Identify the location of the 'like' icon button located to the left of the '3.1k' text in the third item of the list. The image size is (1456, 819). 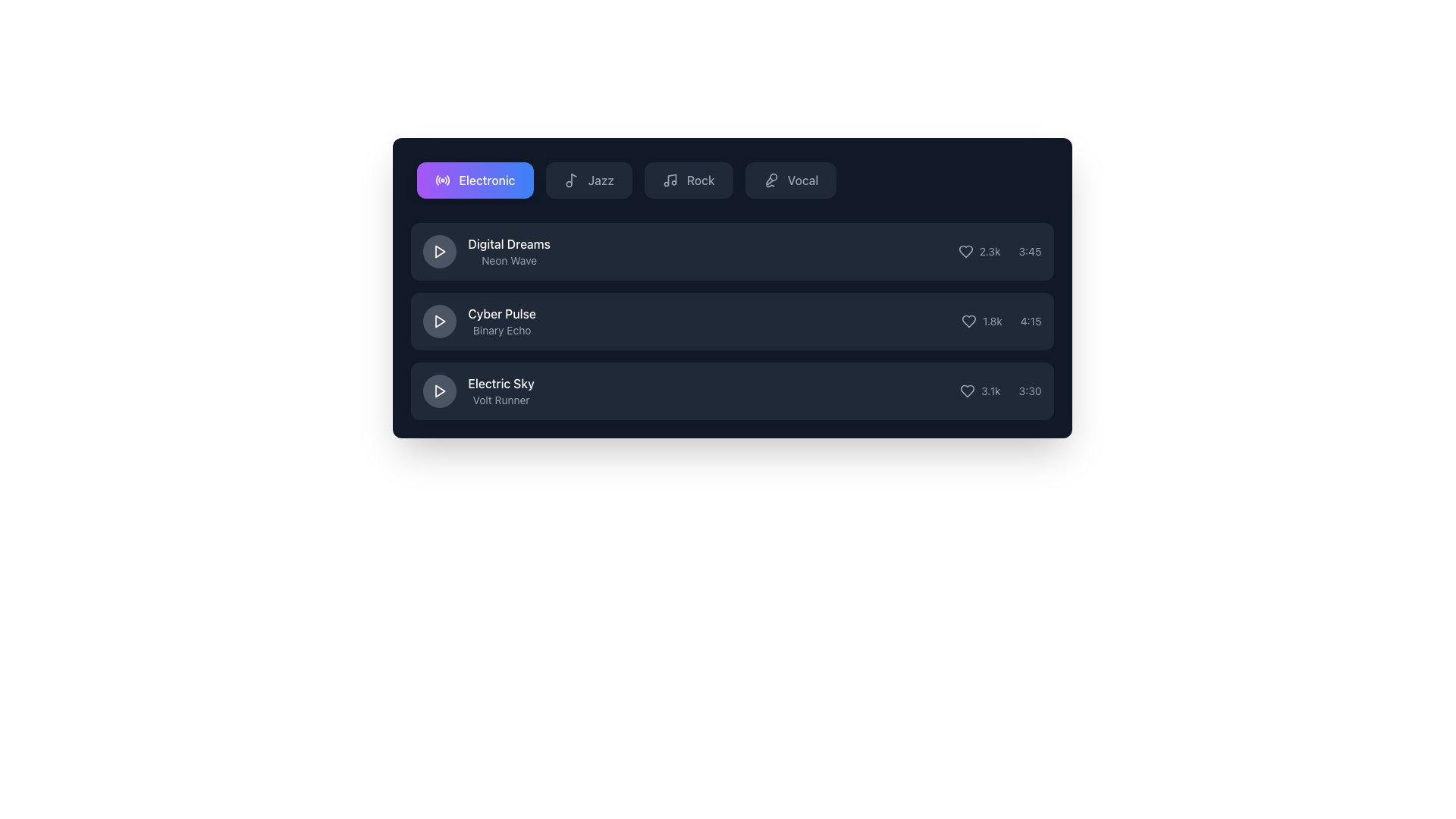
(967, 391).